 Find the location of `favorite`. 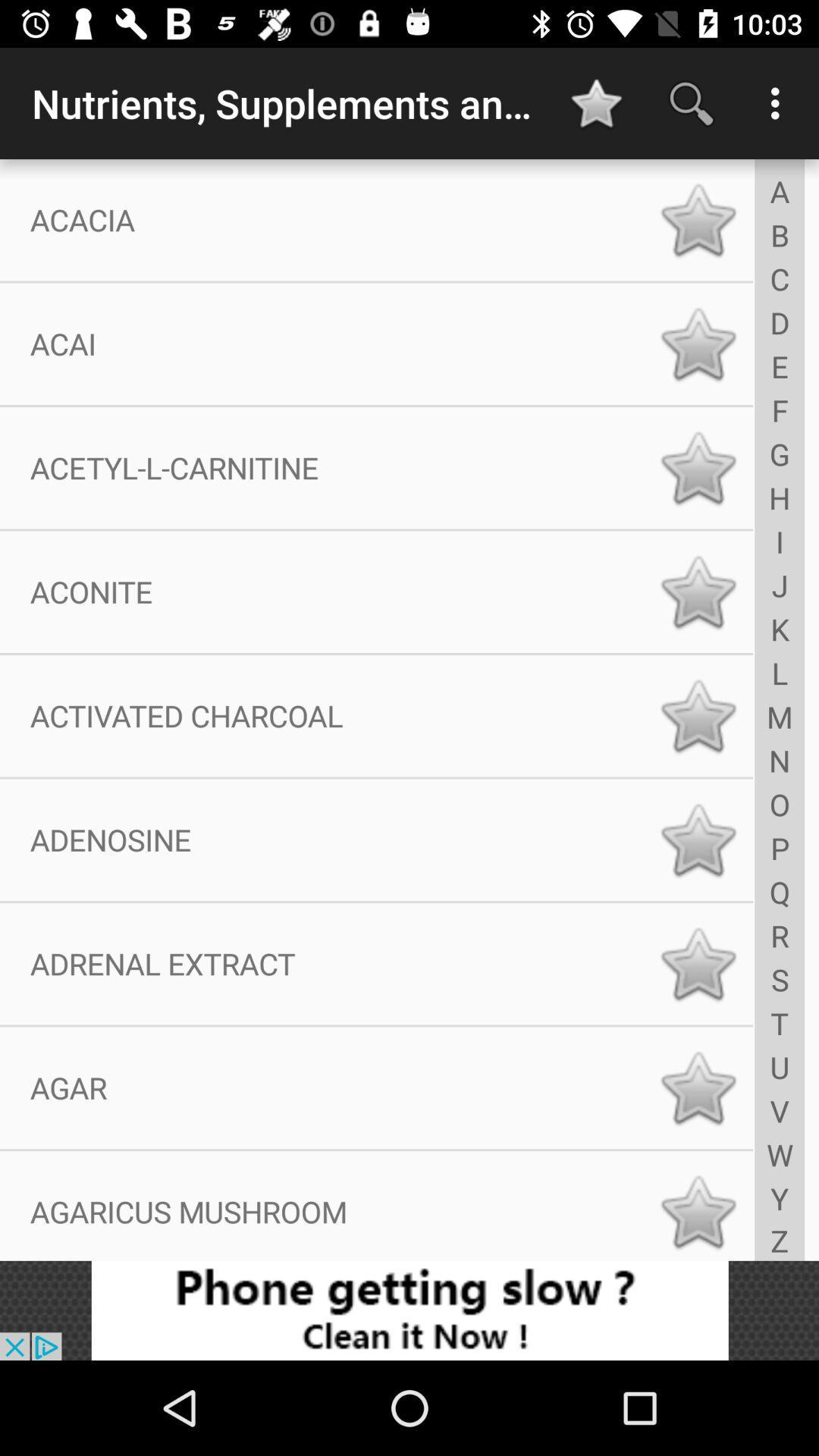

favorite is located at coordinates (698, 343).